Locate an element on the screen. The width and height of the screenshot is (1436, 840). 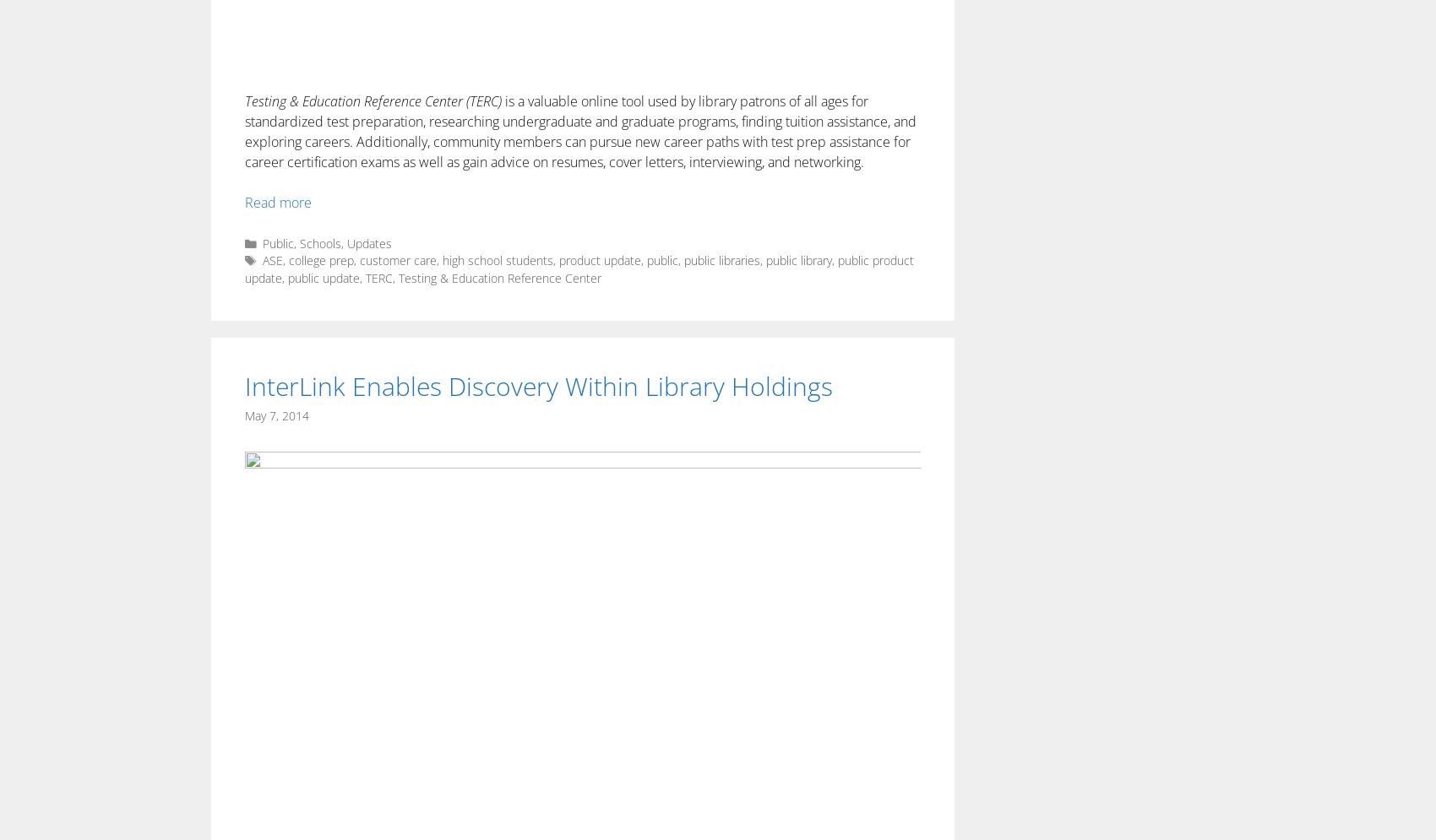
'InterLink Enables Discovery Within Library Holdings' is located at coordinates (539, 385).